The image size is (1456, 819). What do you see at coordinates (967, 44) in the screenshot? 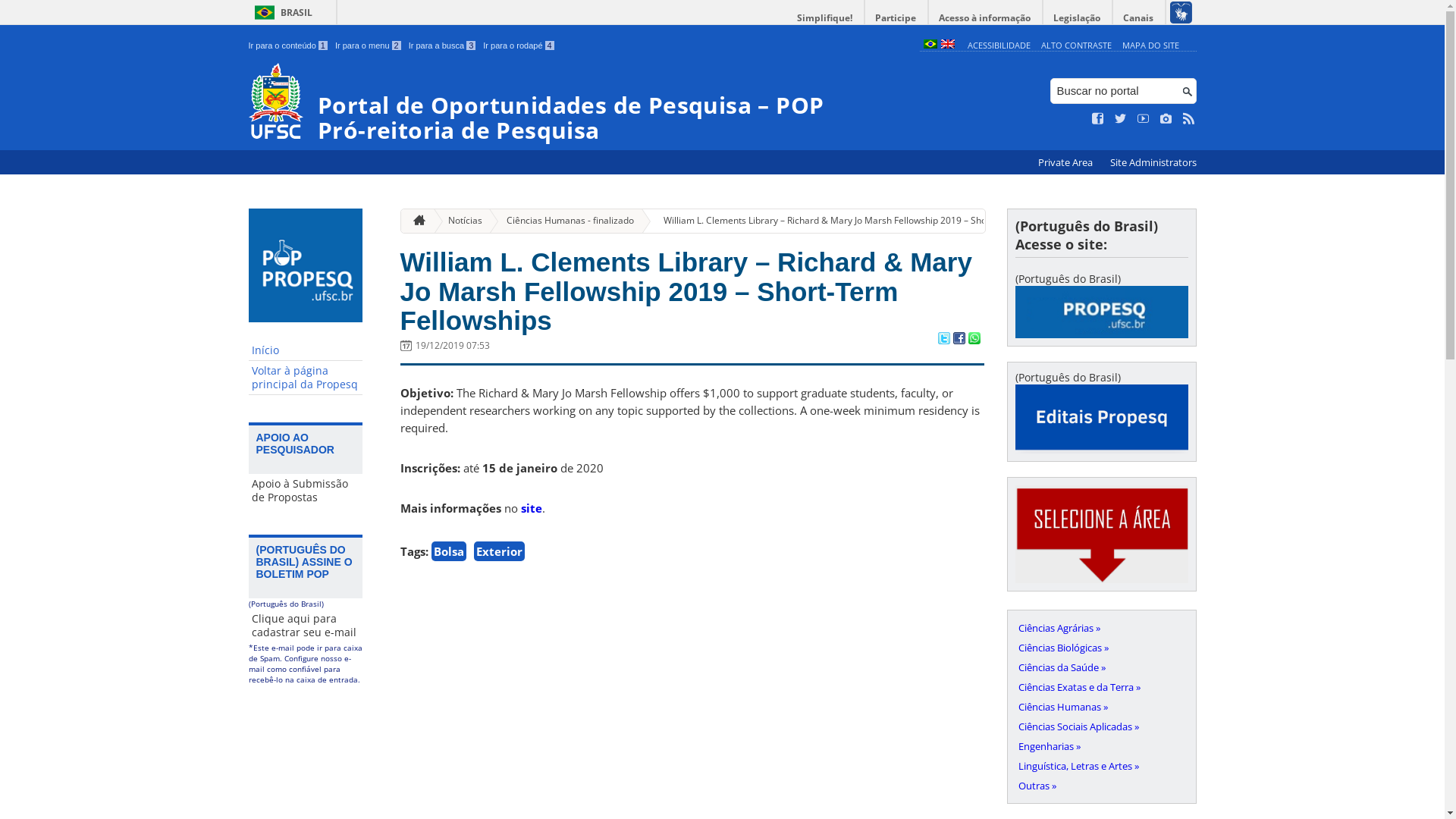
I see `'ACESSIBILIDADE'` at bounding box center [967, 44].